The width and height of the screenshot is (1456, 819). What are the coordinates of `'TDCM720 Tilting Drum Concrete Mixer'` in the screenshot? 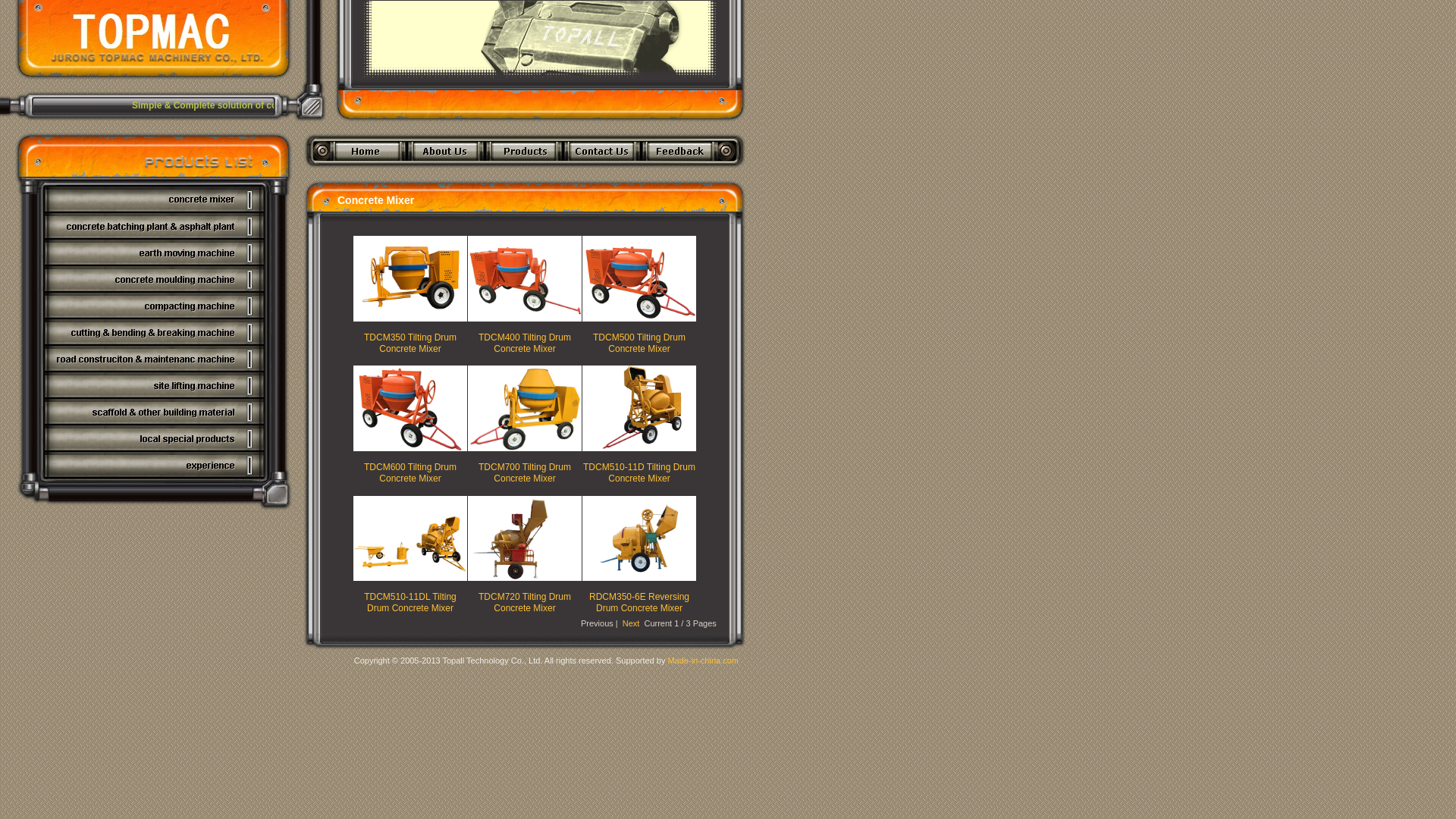 It's located at (524, 601).